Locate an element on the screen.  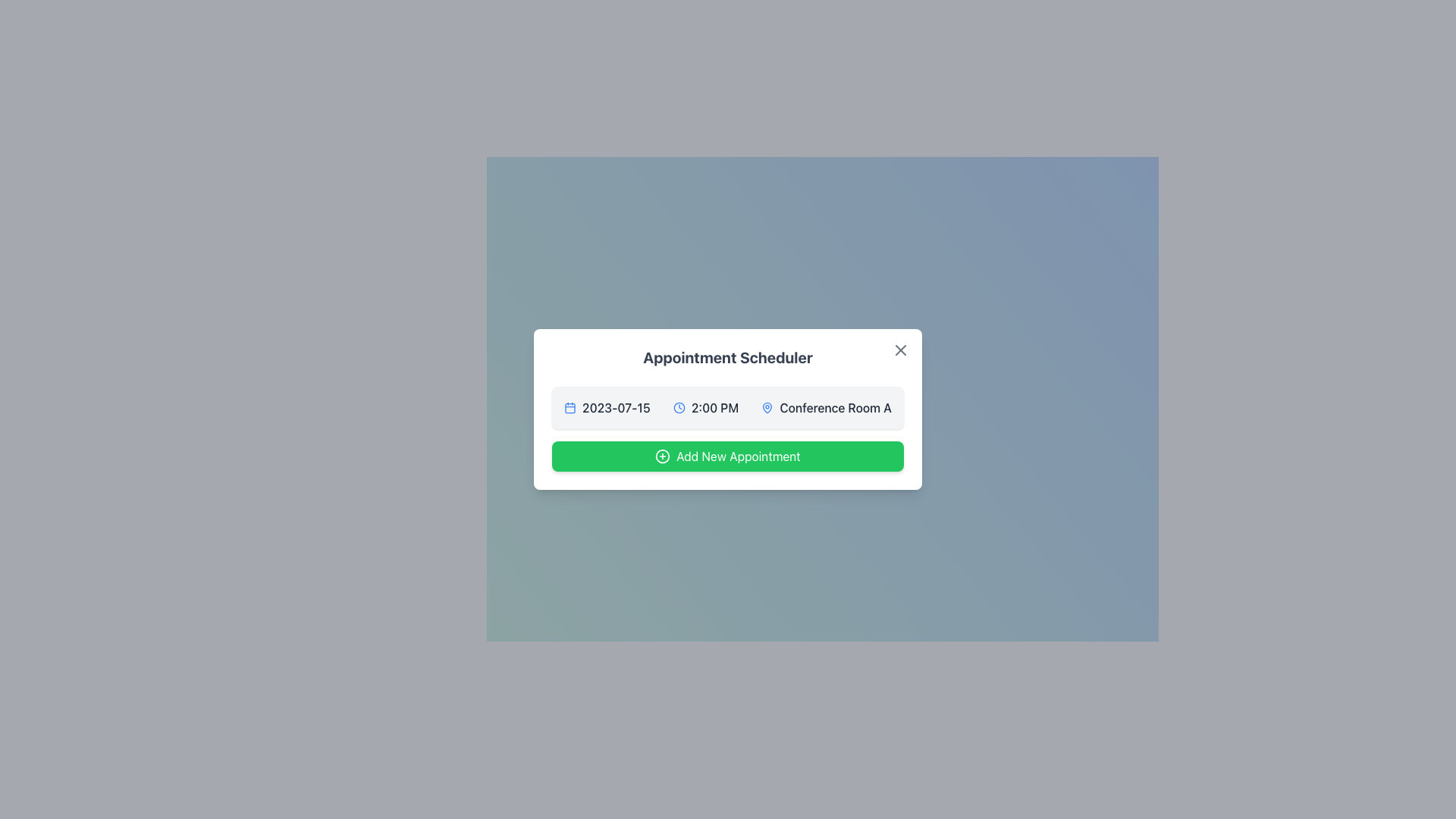
the clock icon indicating the scheduled time for the appointment, which is located immediately before the '2:00 PM' text is located at coordinates (678, 406).